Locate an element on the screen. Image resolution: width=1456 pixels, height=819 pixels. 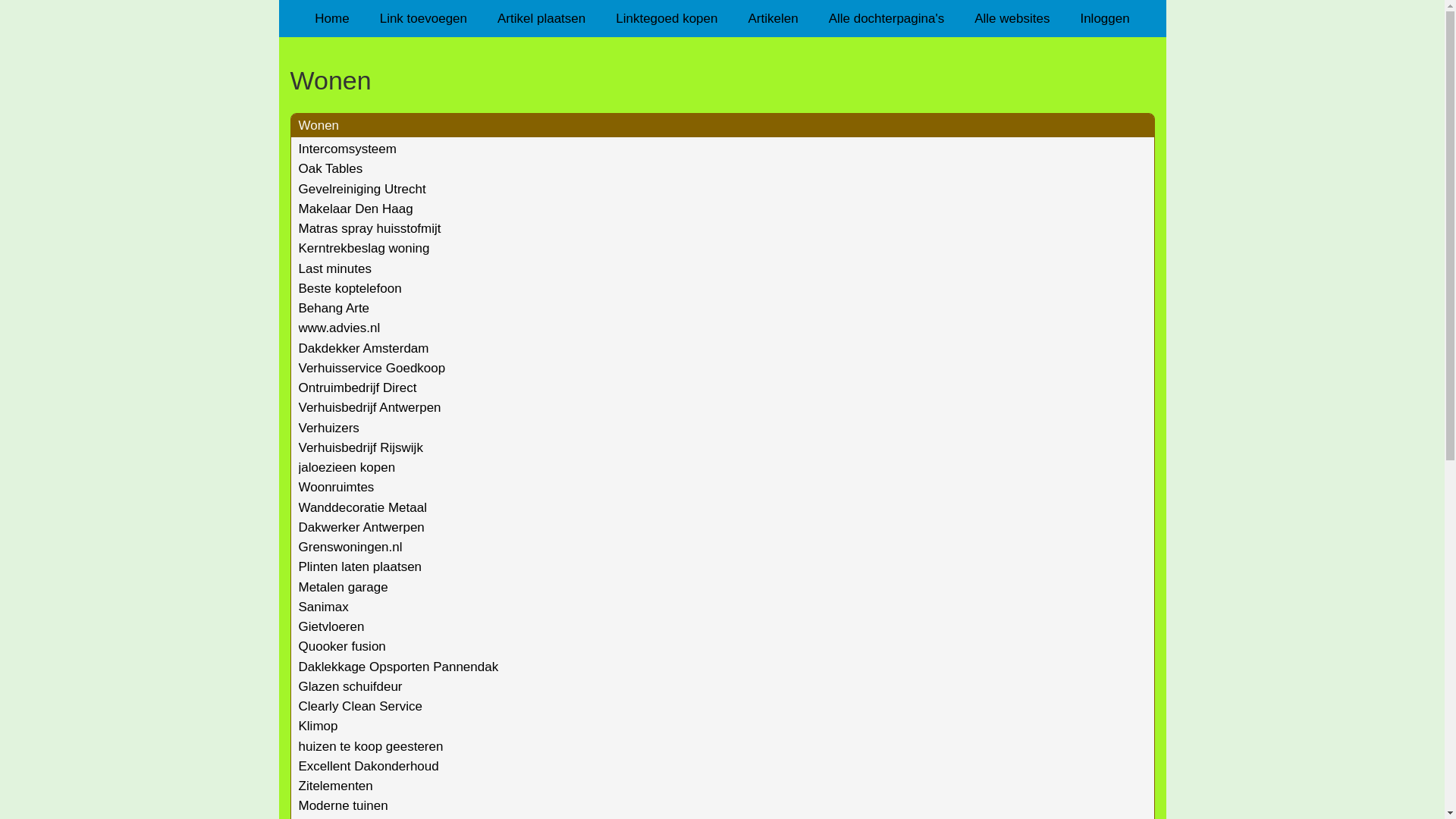
'Clearly Clean Service' is located at coordinates (359, 706).